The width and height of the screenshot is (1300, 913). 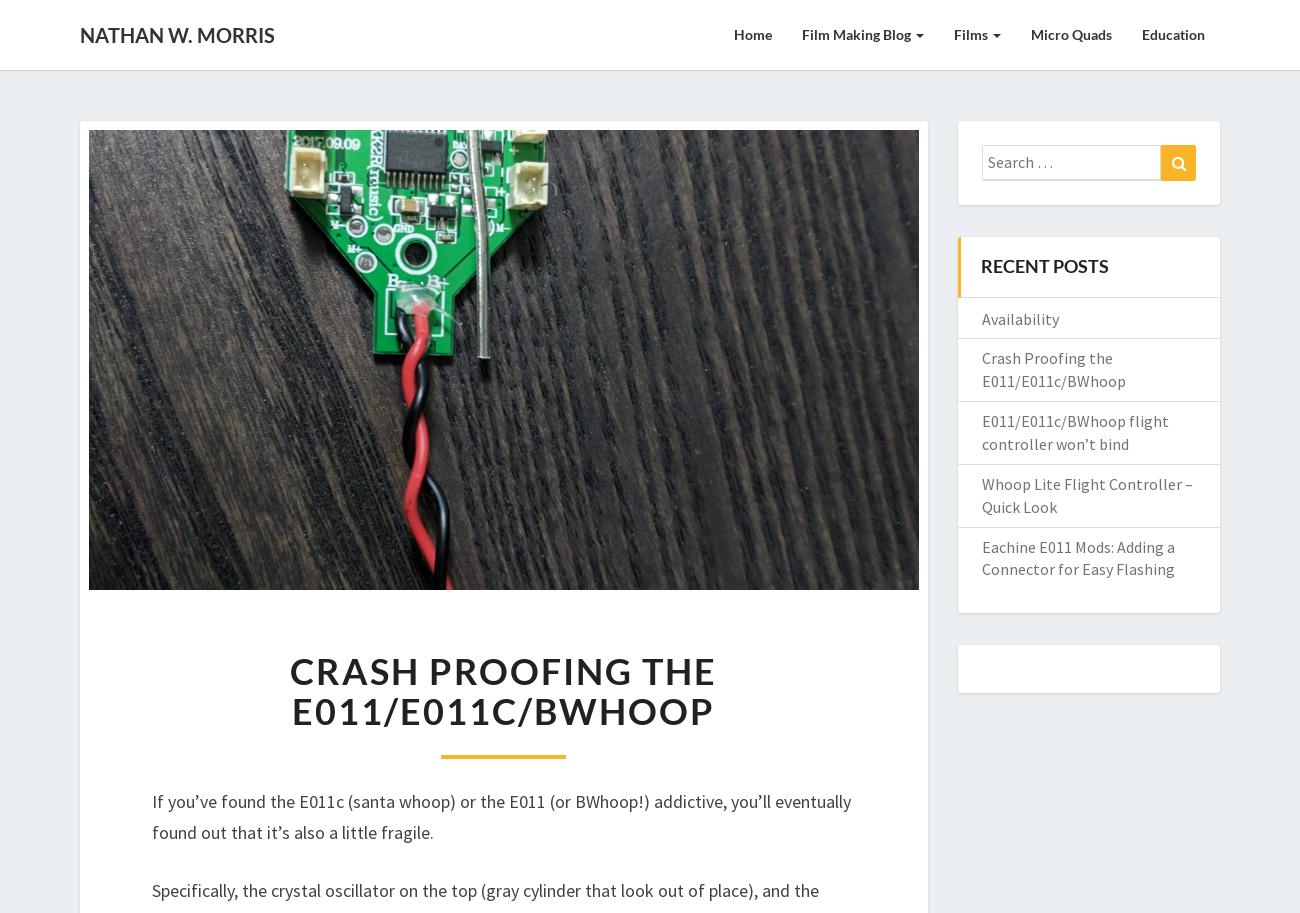 I want to click on 'Recent Posts', so click(x=1044, y=265).